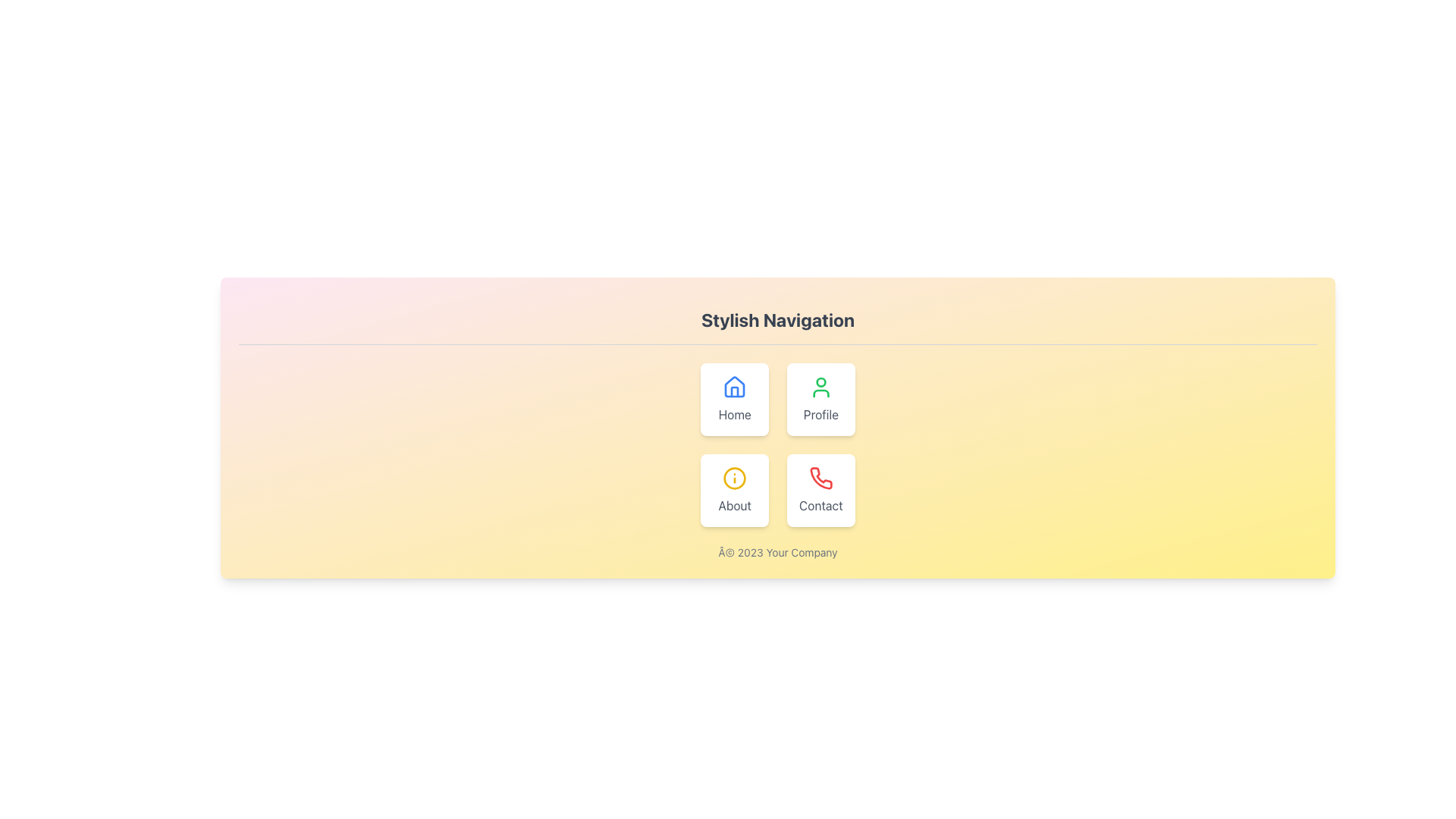  What do you see at coordinates (820, 506) in the screenshot?
I see `the text area of the 'Contact' button label` at bounding box center [820, 506].